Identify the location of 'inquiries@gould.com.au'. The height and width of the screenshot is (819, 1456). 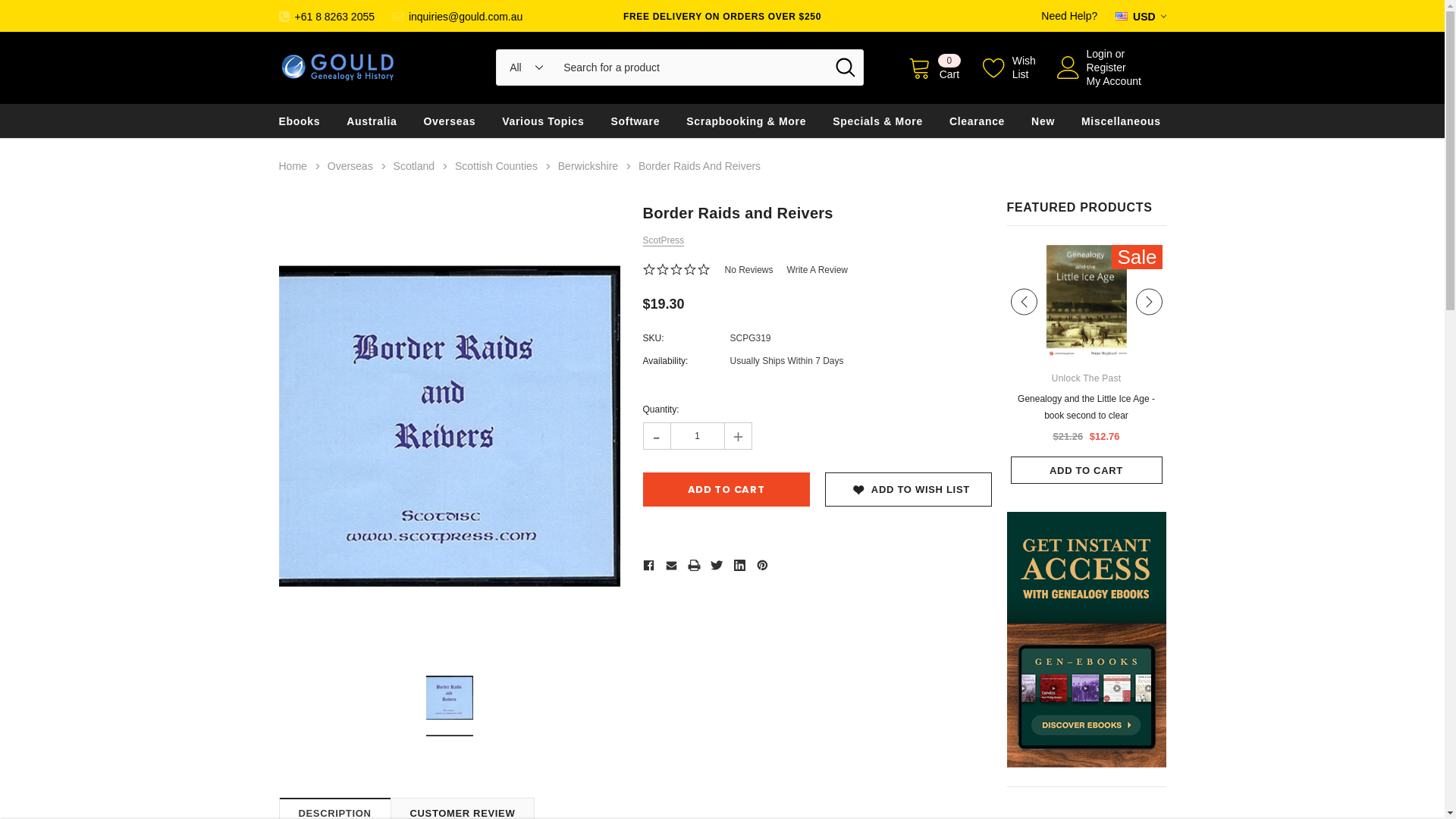
(457, 16).